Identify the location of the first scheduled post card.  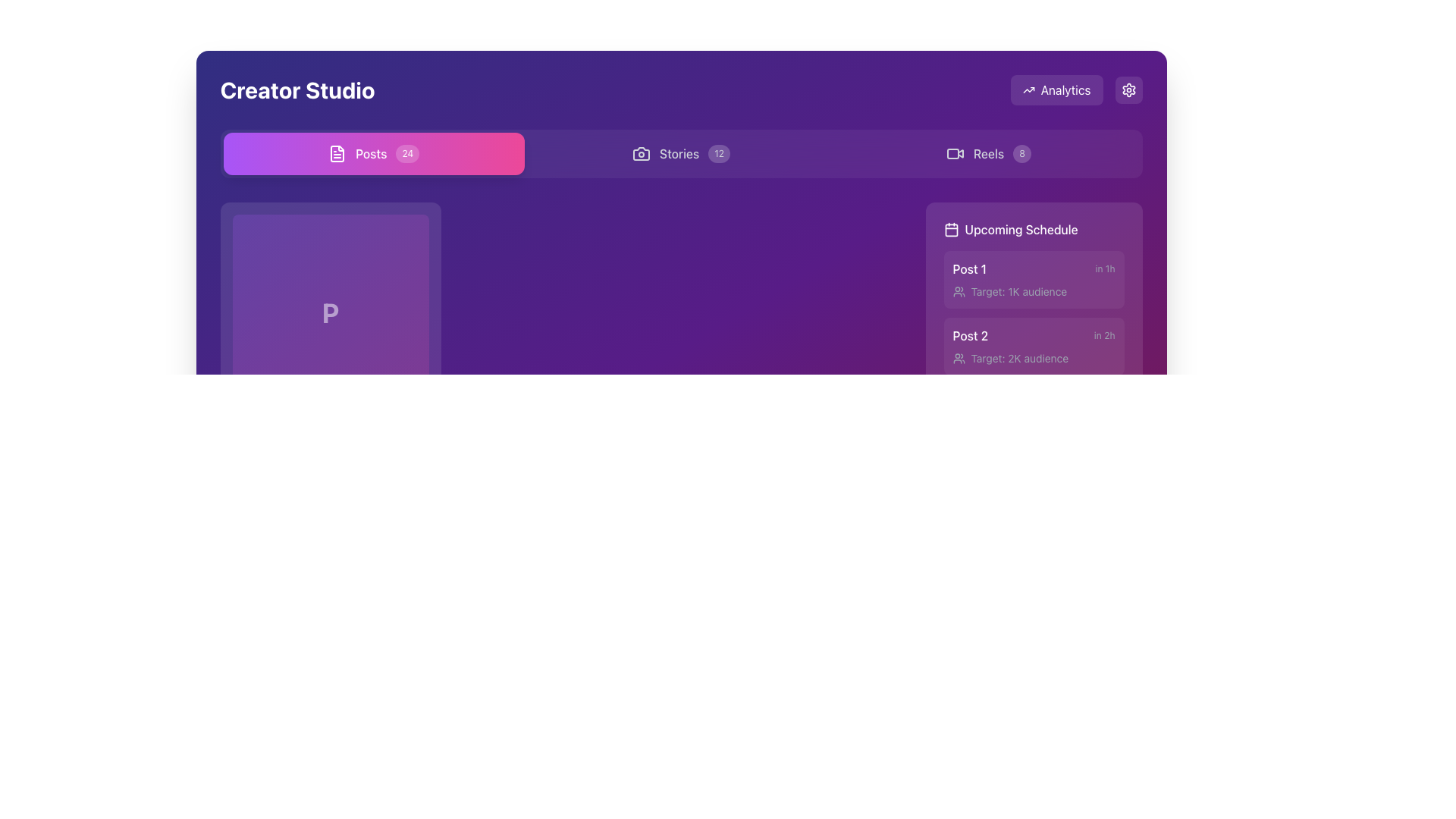
(1033, 280).